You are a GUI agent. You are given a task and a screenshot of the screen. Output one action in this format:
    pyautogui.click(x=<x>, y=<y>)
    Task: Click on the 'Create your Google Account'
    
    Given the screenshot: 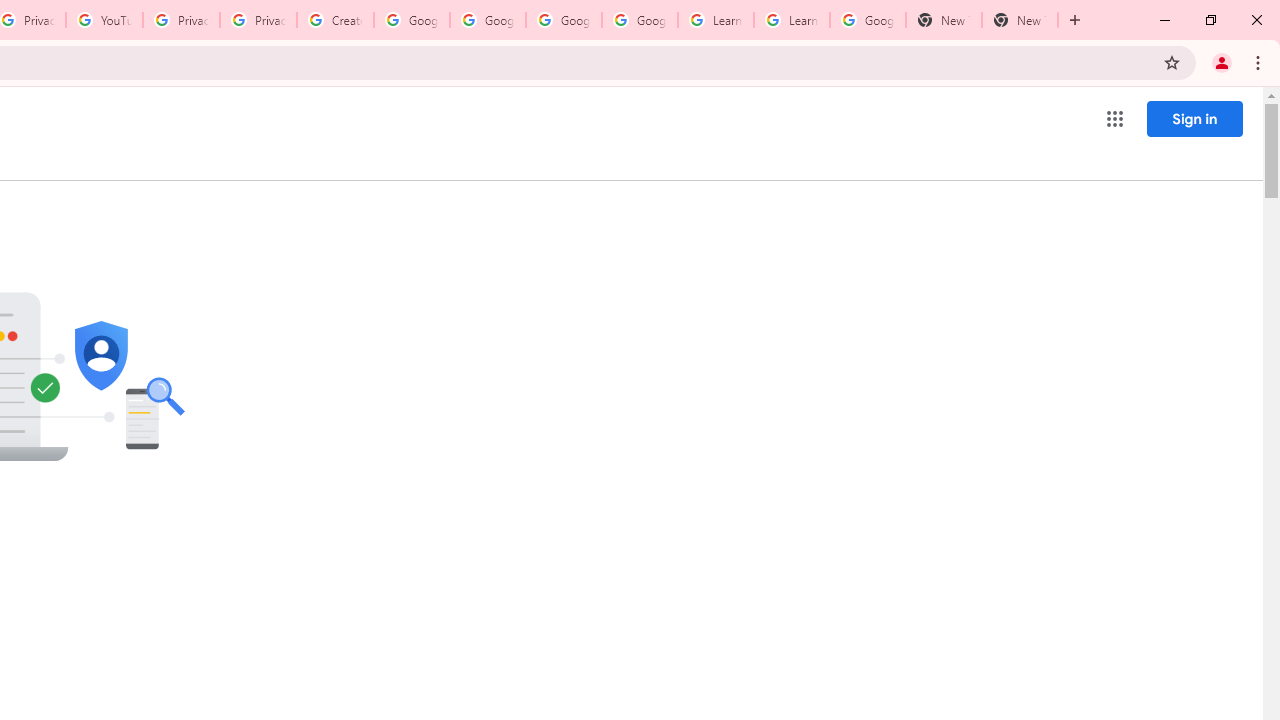 What is the action you would take?
    pyautogui.click(x=335, y=20)
    